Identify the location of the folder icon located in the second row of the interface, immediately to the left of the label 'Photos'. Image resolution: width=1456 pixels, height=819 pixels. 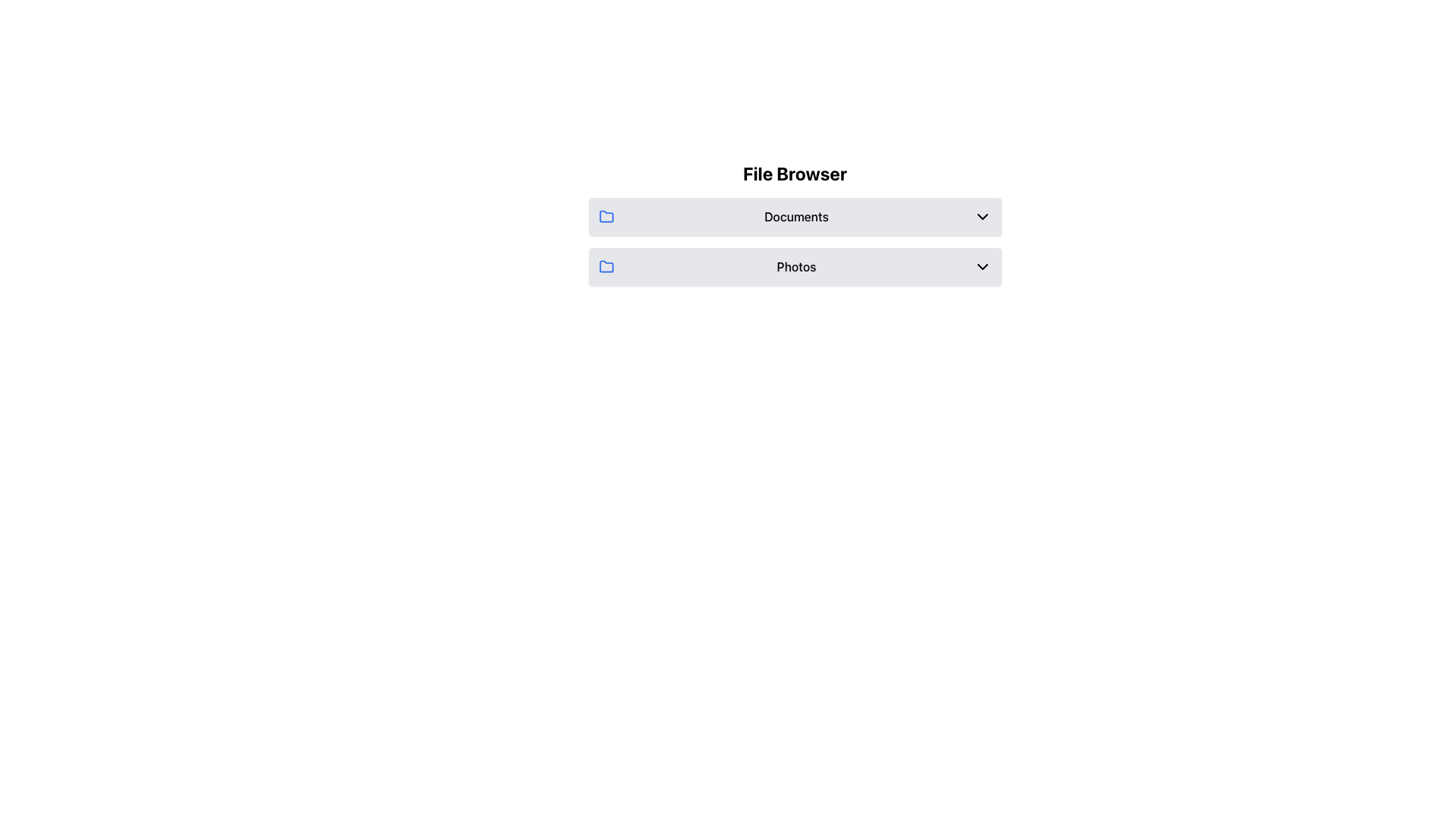
(605, 265).